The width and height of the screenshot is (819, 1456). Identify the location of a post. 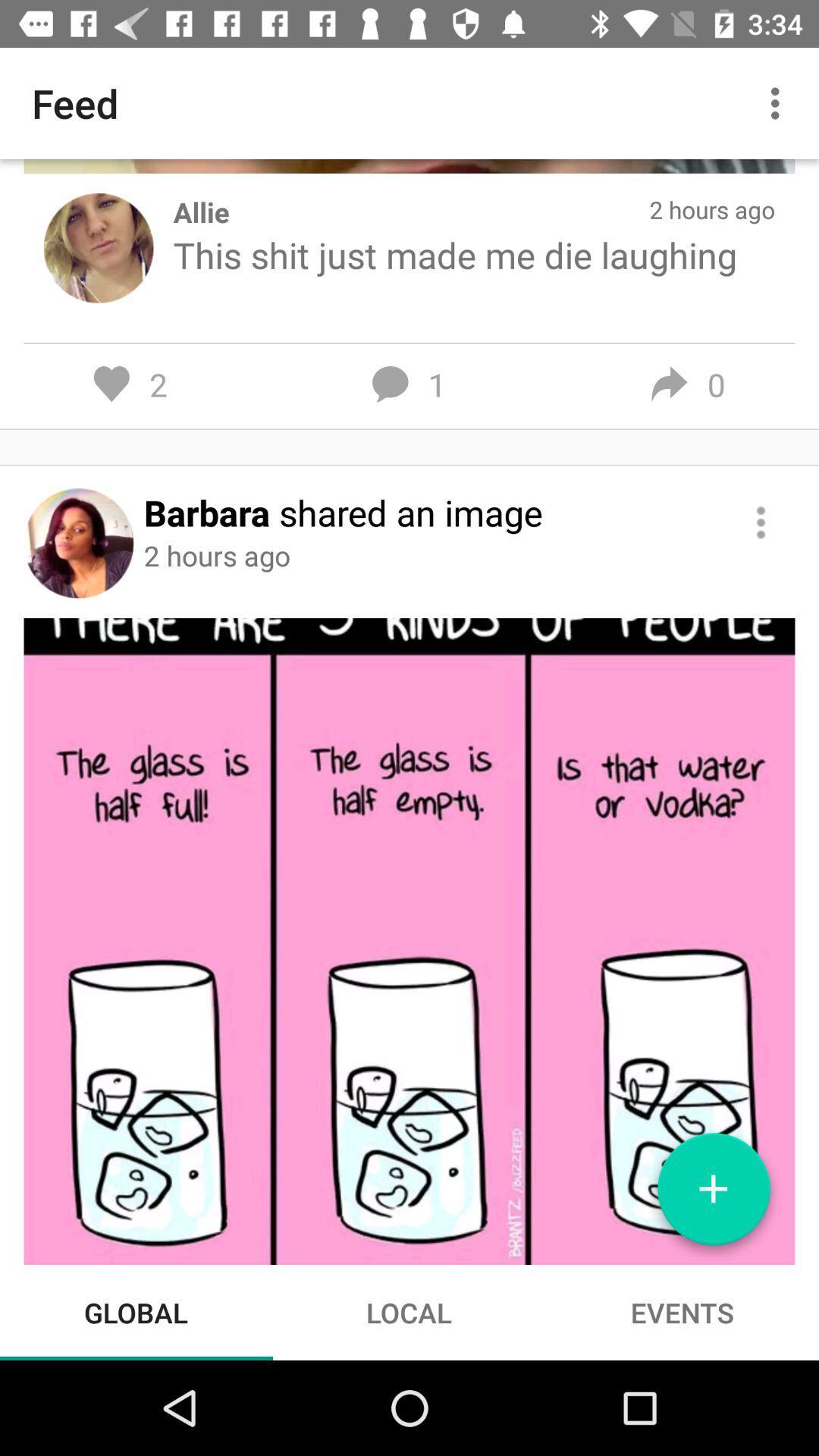
(714, 1194).